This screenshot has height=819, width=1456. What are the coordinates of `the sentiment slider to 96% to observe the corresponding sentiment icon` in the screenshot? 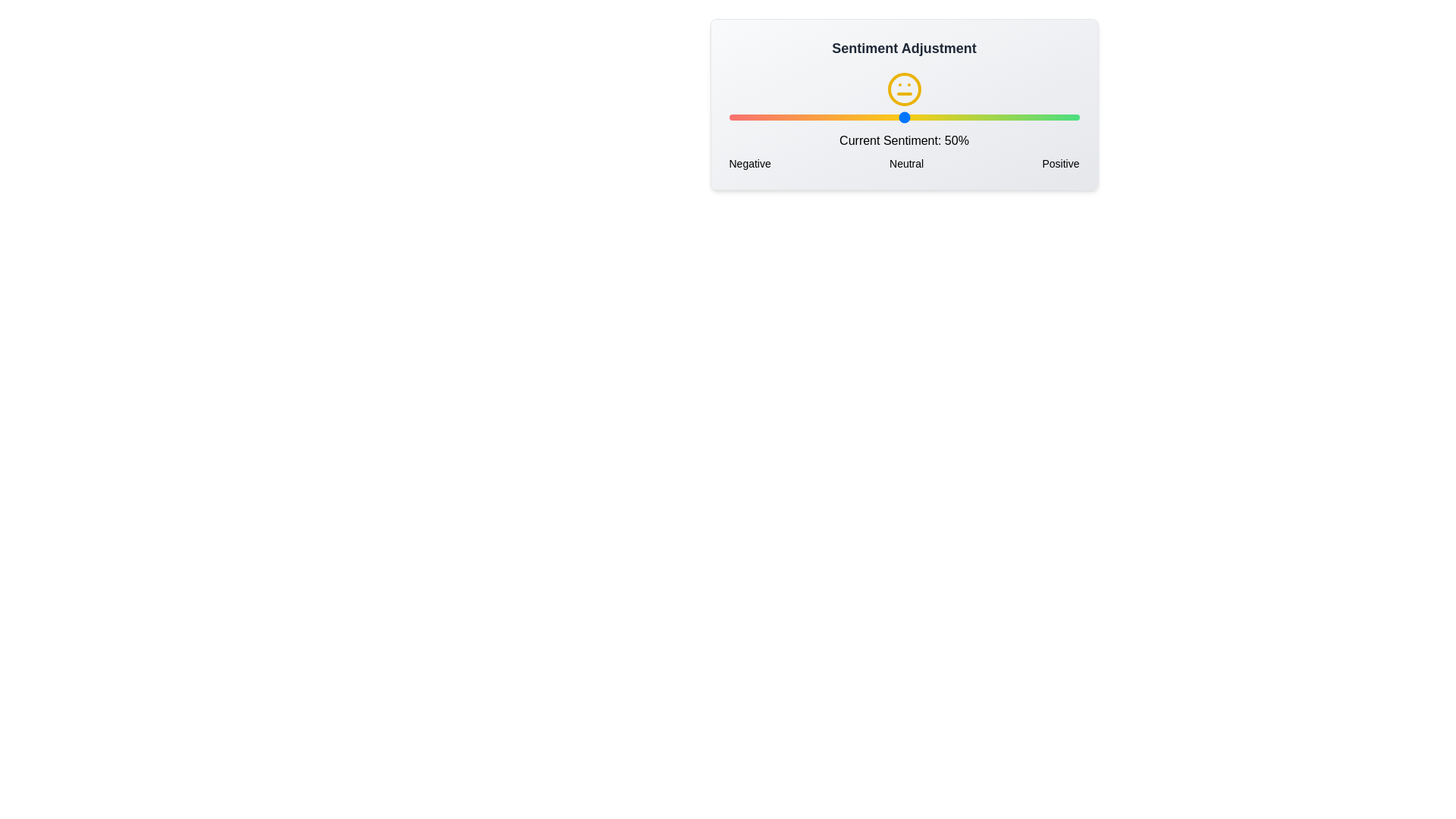 It's located at (1065, 116).